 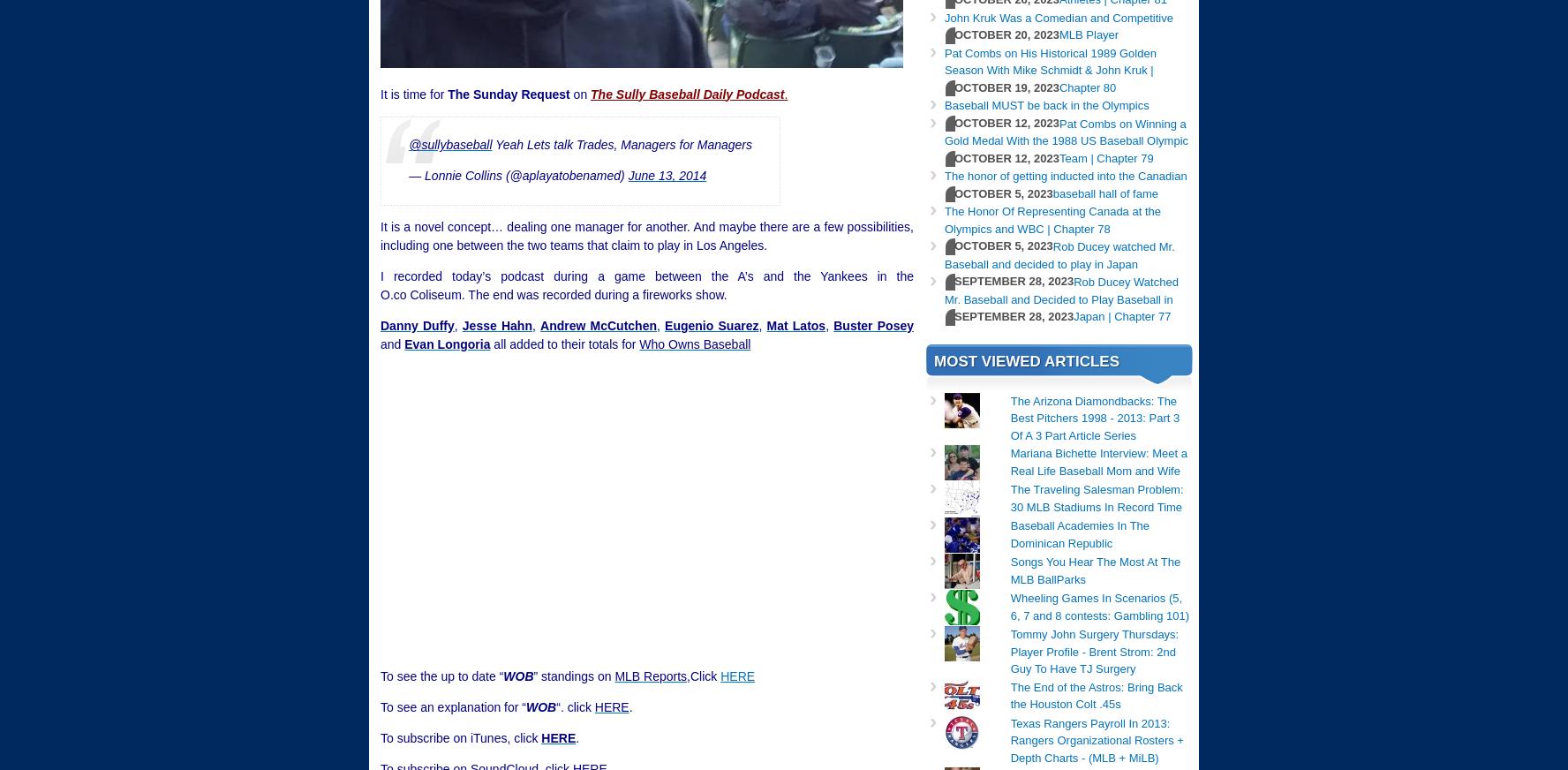 What do you see at coordinates (1009, 533) in the screenshot?
I see `'Baseball Academies In The Dominican Republic'` at bounding box center [1009, 533].